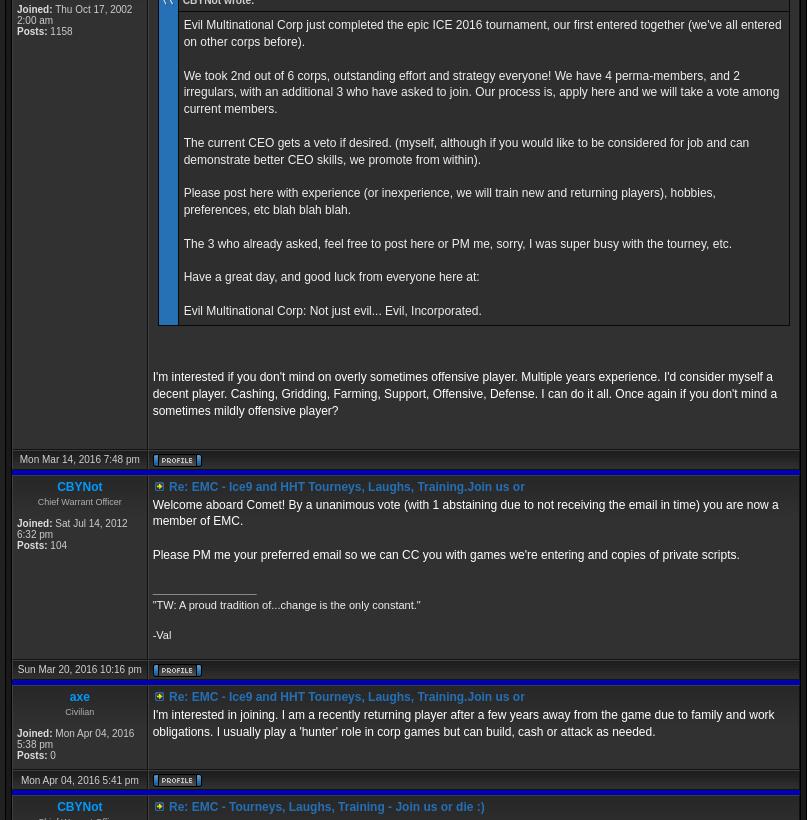 The width and height of the screenshot is (807, 820). What do you see at coordinates (183, 308) in the screenshot?
I see `'Evil Multinational Corp: Not just evil... Evil, Incorporated.'` at bounding box center [183, 308].